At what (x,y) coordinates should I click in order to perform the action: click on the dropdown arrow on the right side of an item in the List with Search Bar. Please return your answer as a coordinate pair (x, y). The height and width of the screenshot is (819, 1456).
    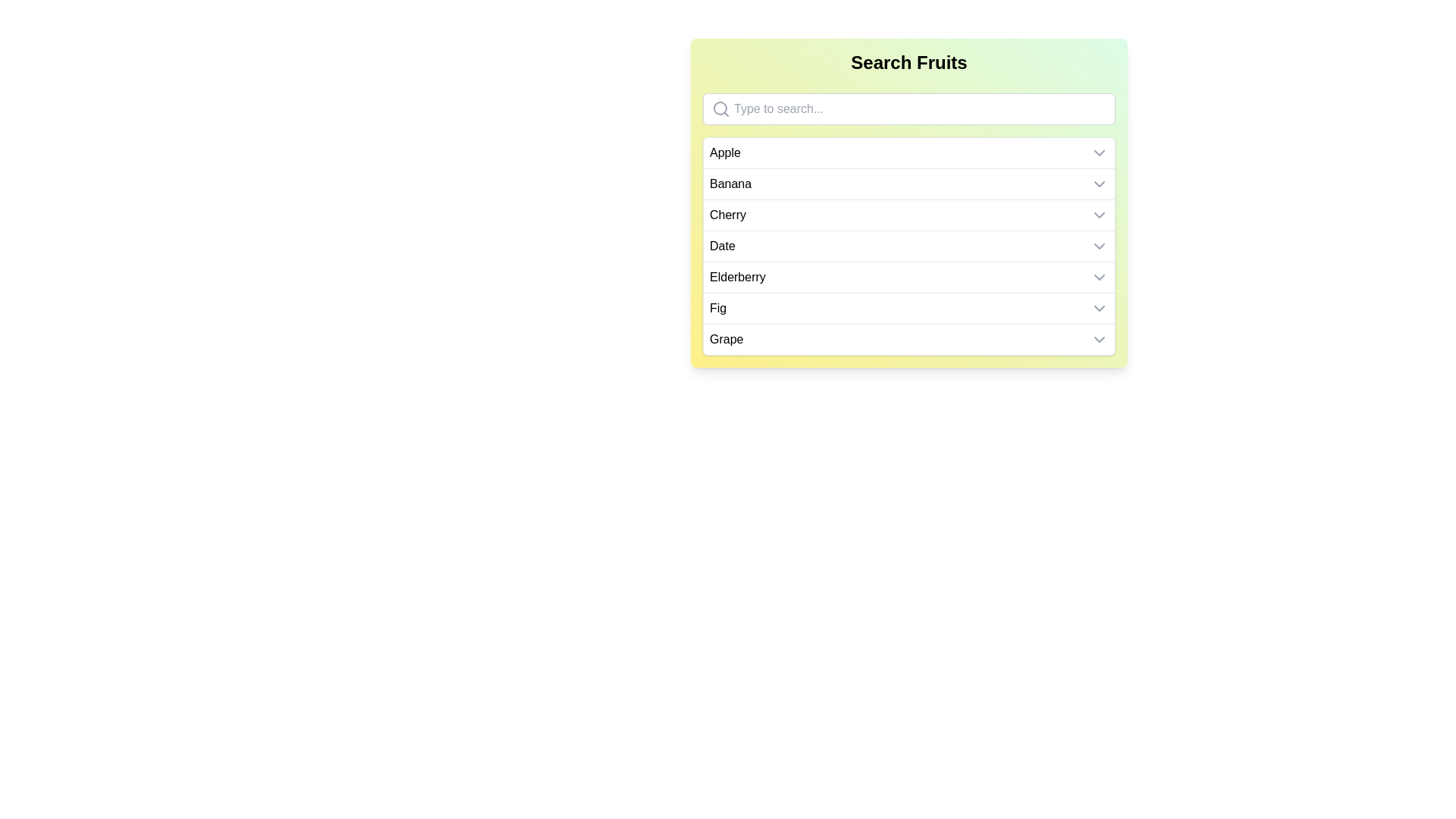
    Looking at the image, I should click on (909, 202).